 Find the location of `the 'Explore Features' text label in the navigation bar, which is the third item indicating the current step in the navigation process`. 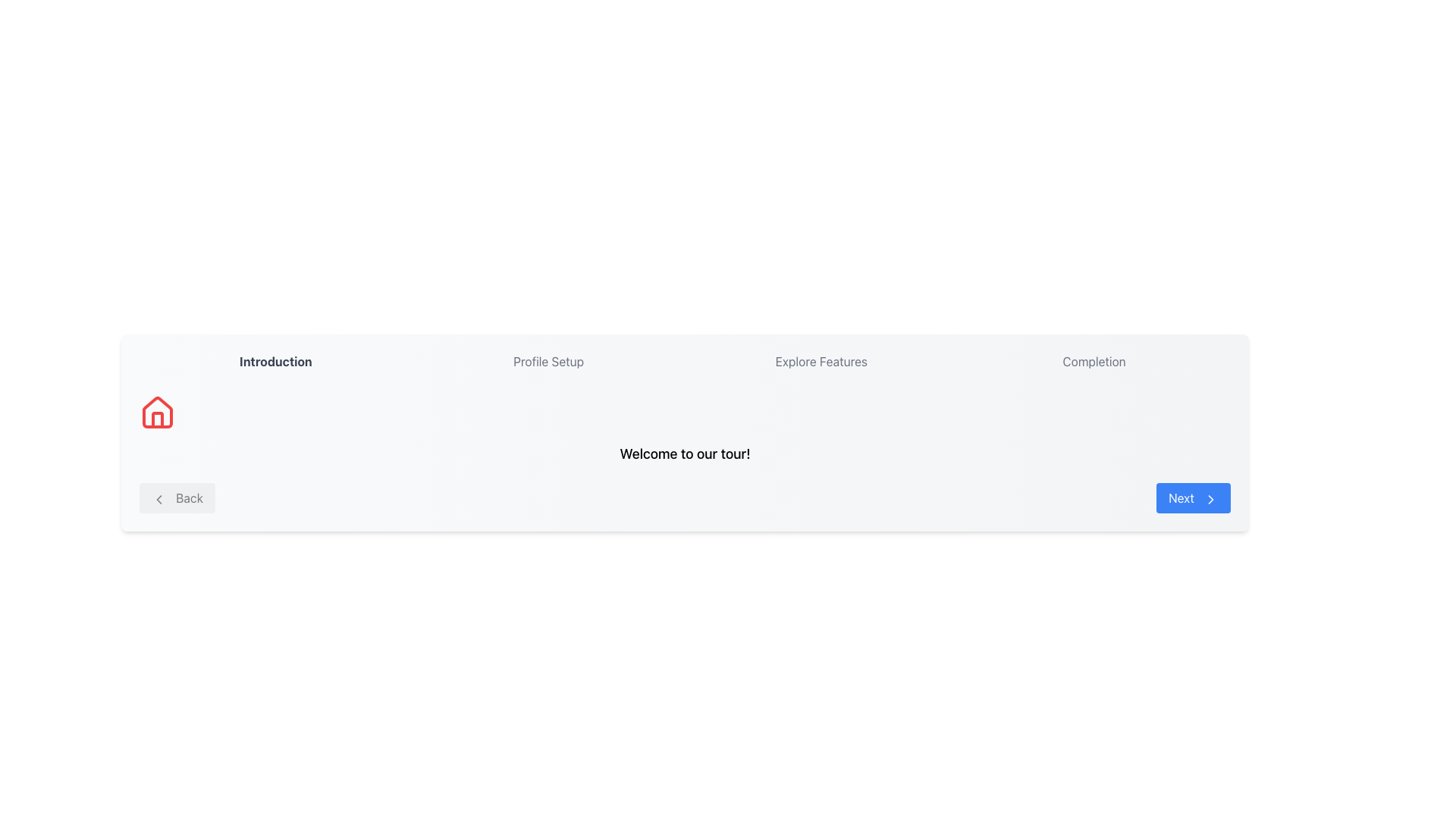

the 'Explore Features' text label in the navigation bar, which is the third item indicating the current step in the navigation process is located at coordinates (821, 362).